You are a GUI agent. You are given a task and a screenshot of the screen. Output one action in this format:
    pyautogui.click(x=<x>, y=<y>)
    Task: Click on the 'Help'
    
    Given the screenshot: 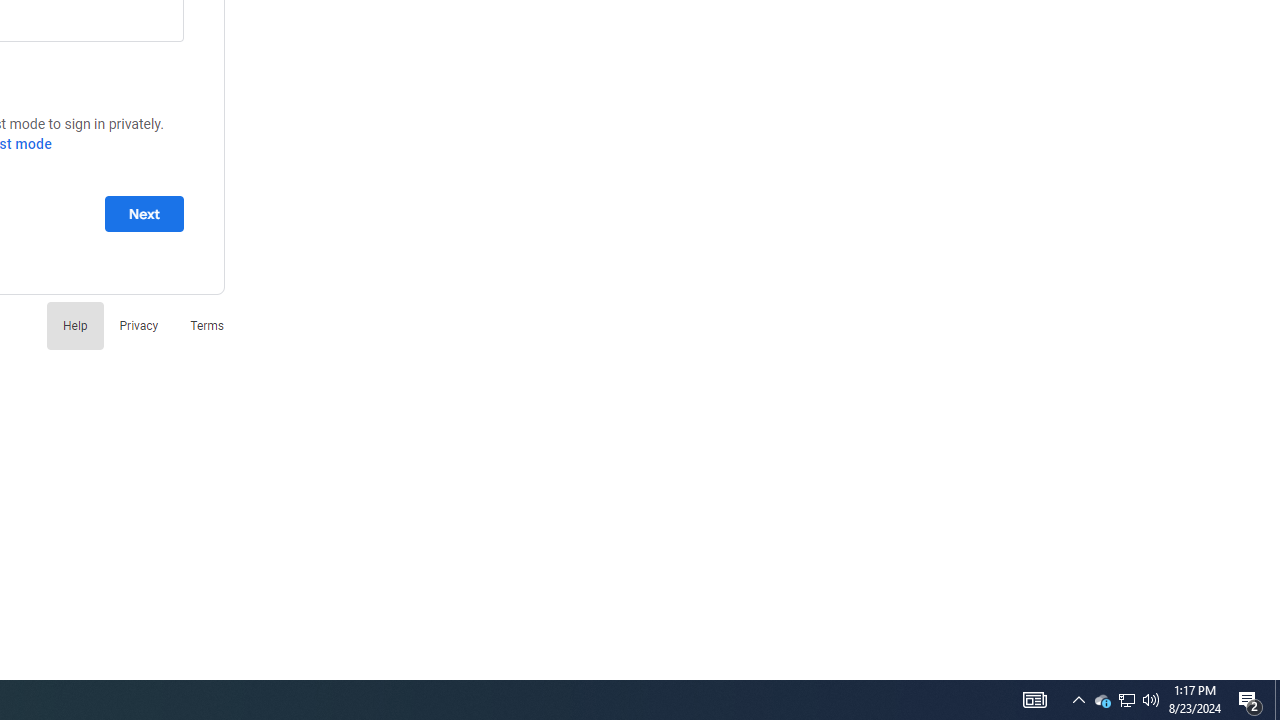 What is the action you would take?
    pyautogui.click(x=74, y=324)
    